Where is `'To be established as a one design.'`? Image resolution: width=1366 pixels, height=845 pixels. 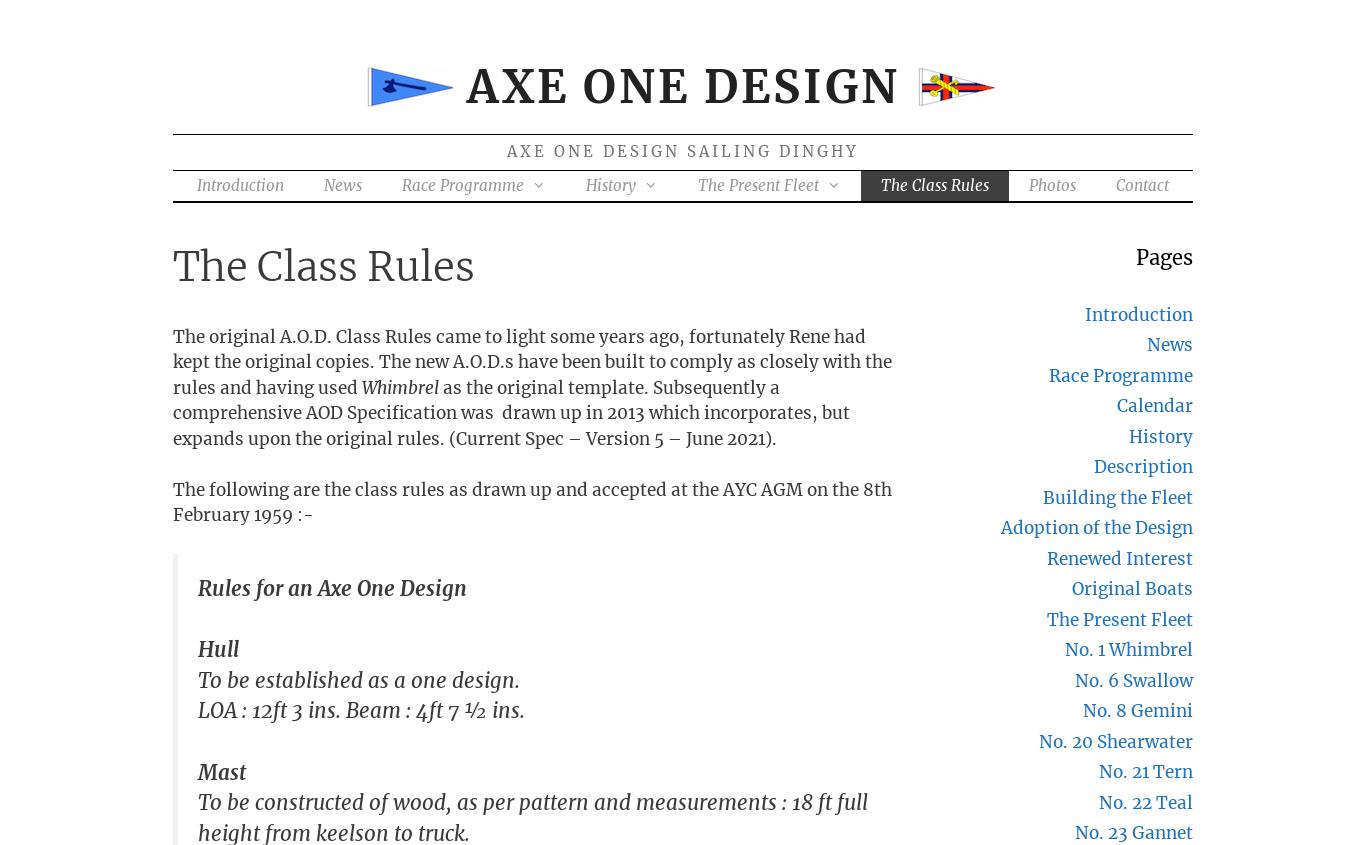 'To be established as a one design.' is located at coordinates (357, 678).